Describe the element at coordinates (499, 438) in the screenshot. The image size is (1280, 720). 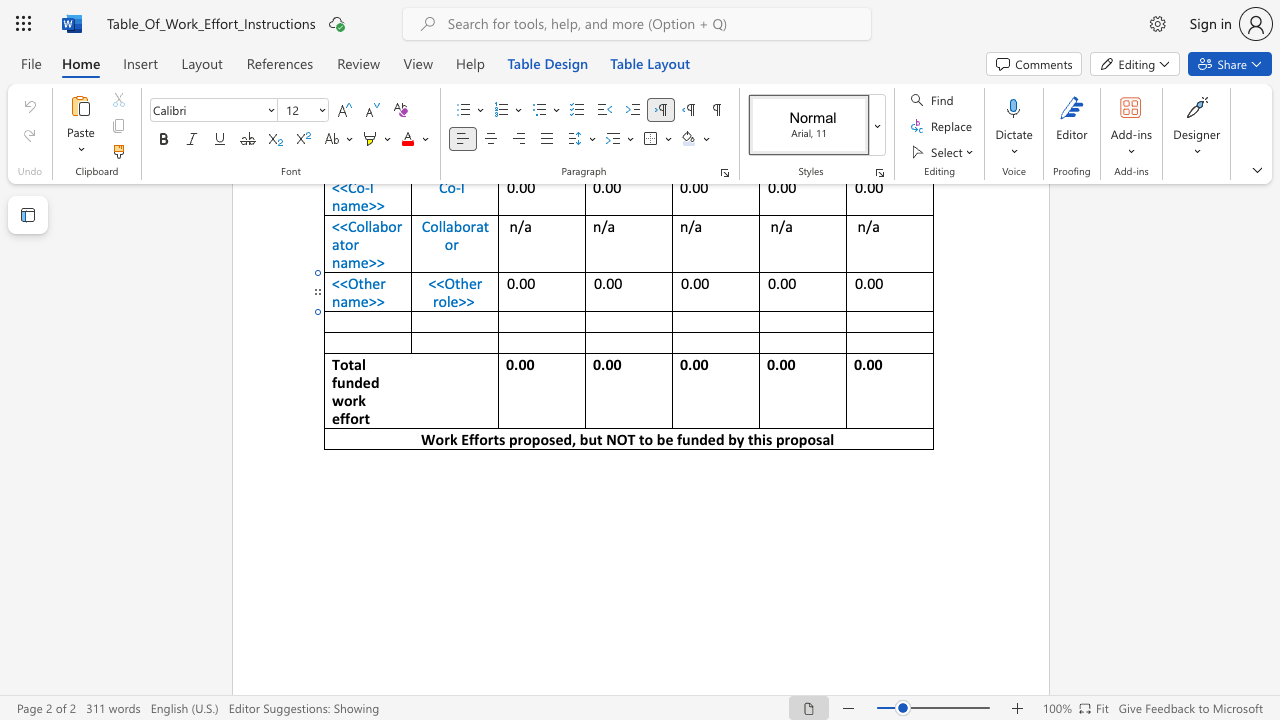
I see `the space between the continuous character "t" and "s" in the text` at that location.